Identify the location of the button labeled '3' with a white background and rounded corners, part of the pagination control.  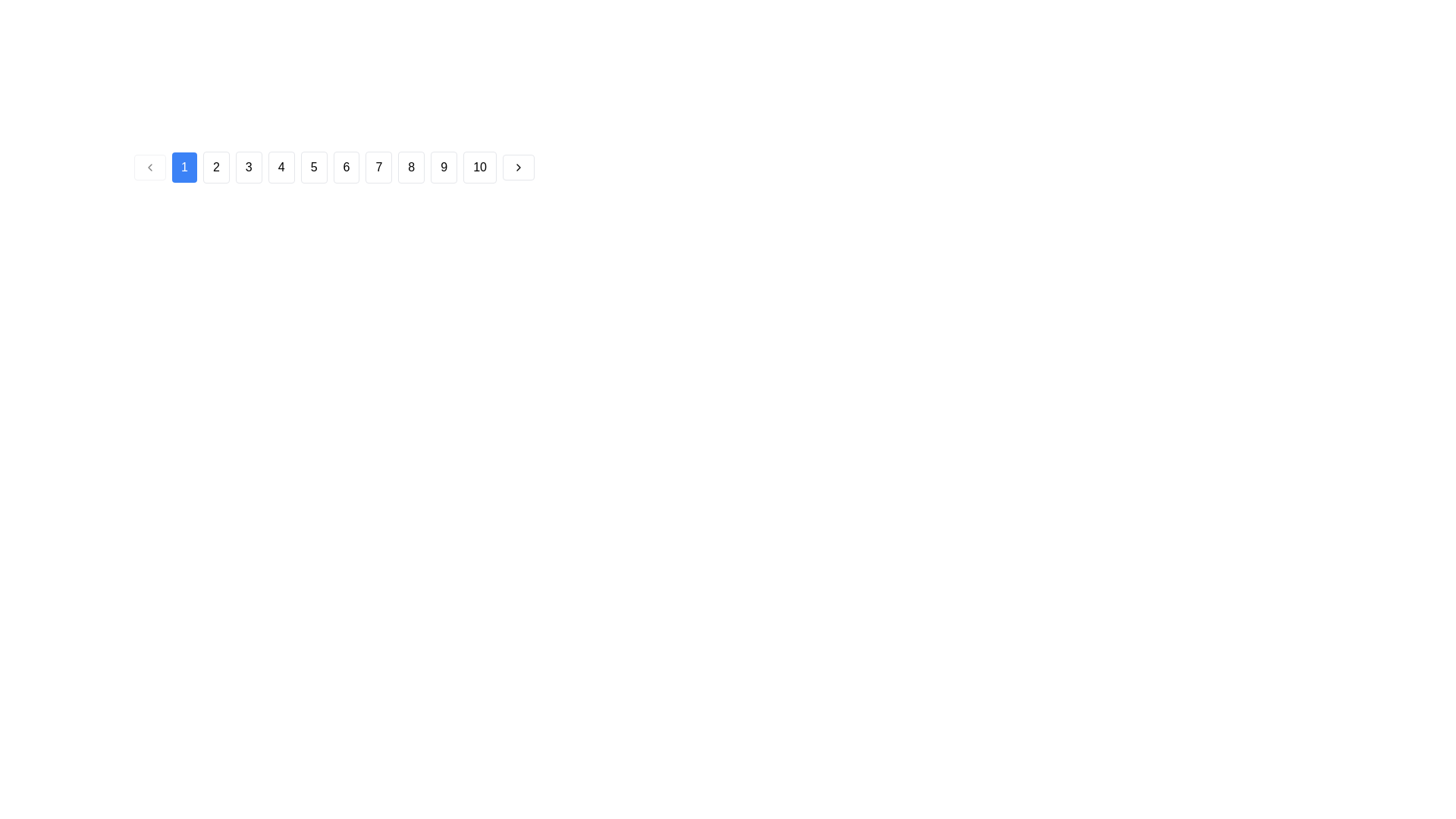
(249, 167).